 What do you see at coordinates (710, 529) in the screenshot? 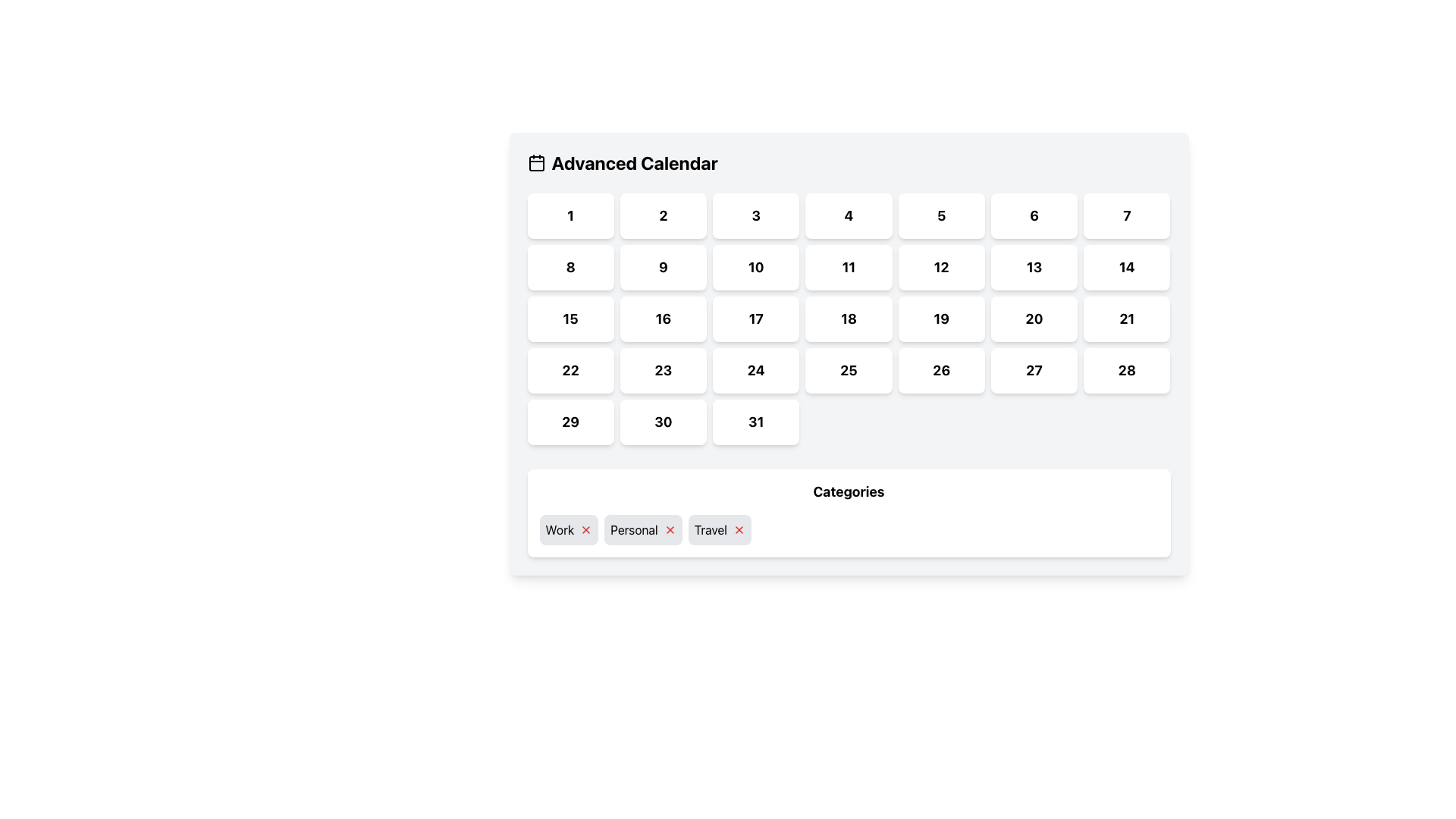
I see `the 'Travel' category text label in the 'Categories' section` at bounding box center [710, 529].